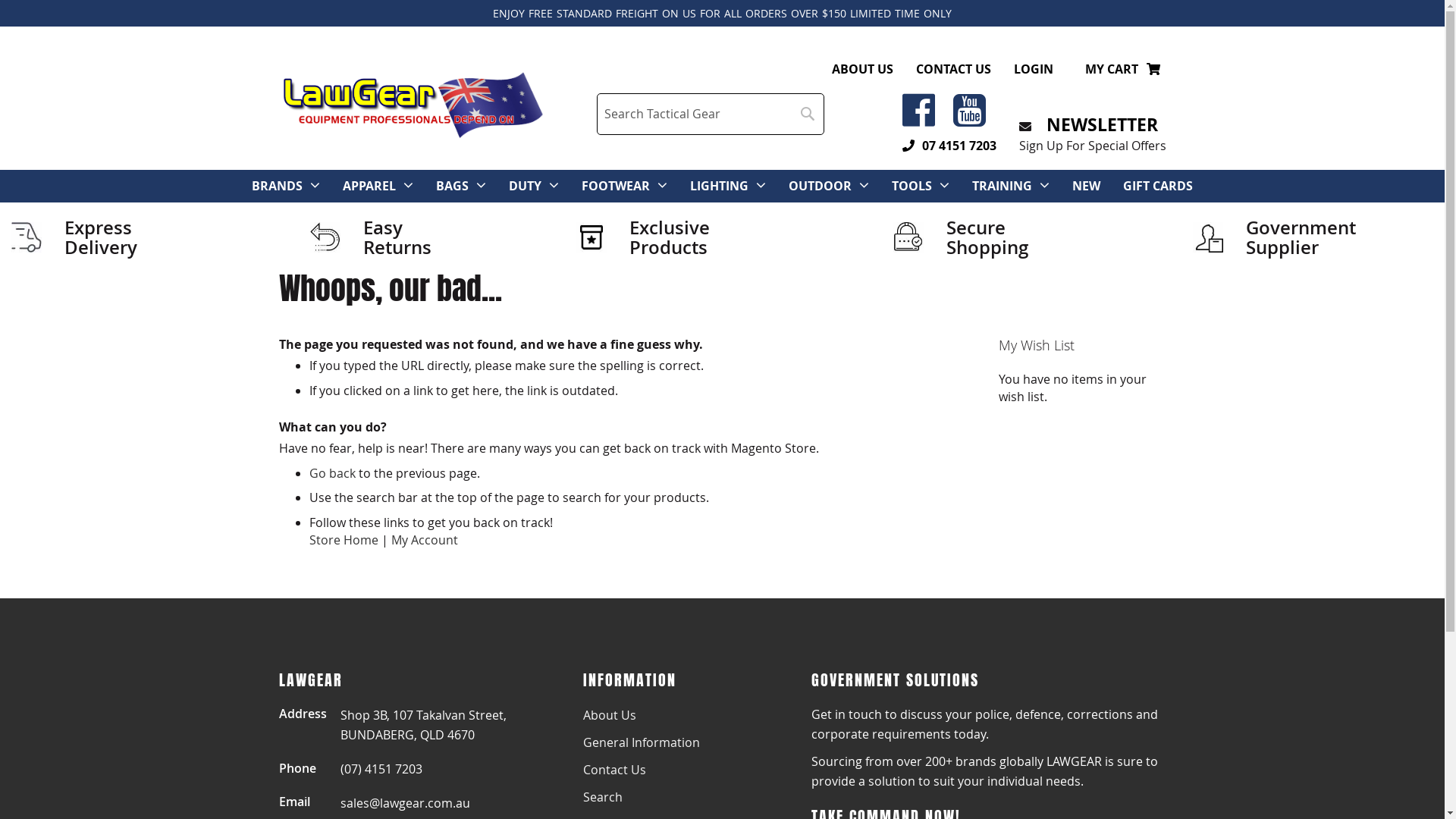 Image resolution: width=1456 pixels, height=819 pixels. I want to click on 'OUTDOOR', so click(819, 185).